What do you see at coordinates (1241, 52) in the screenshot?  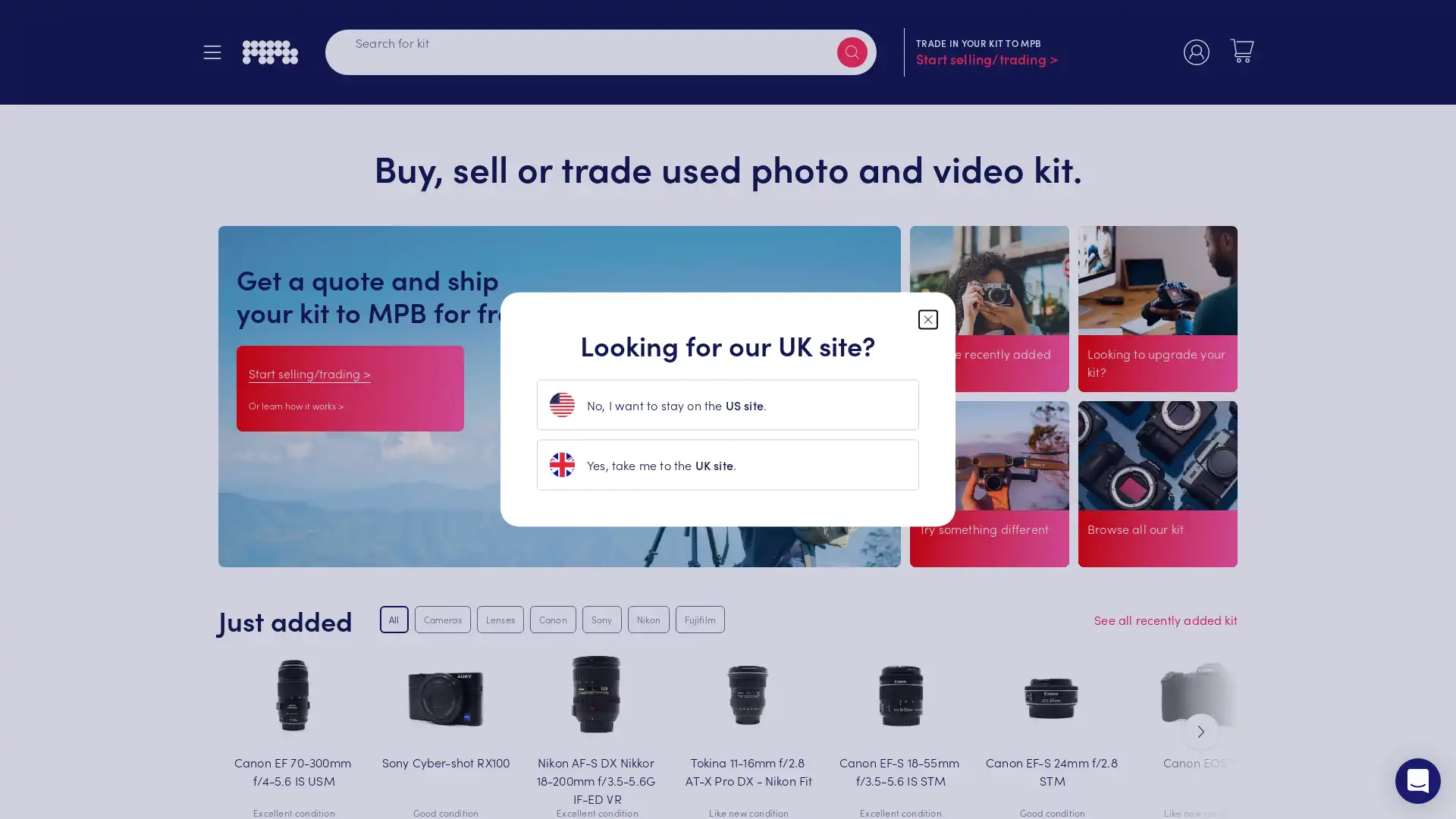 I see `Cart` at bounding box center [1241, 52].